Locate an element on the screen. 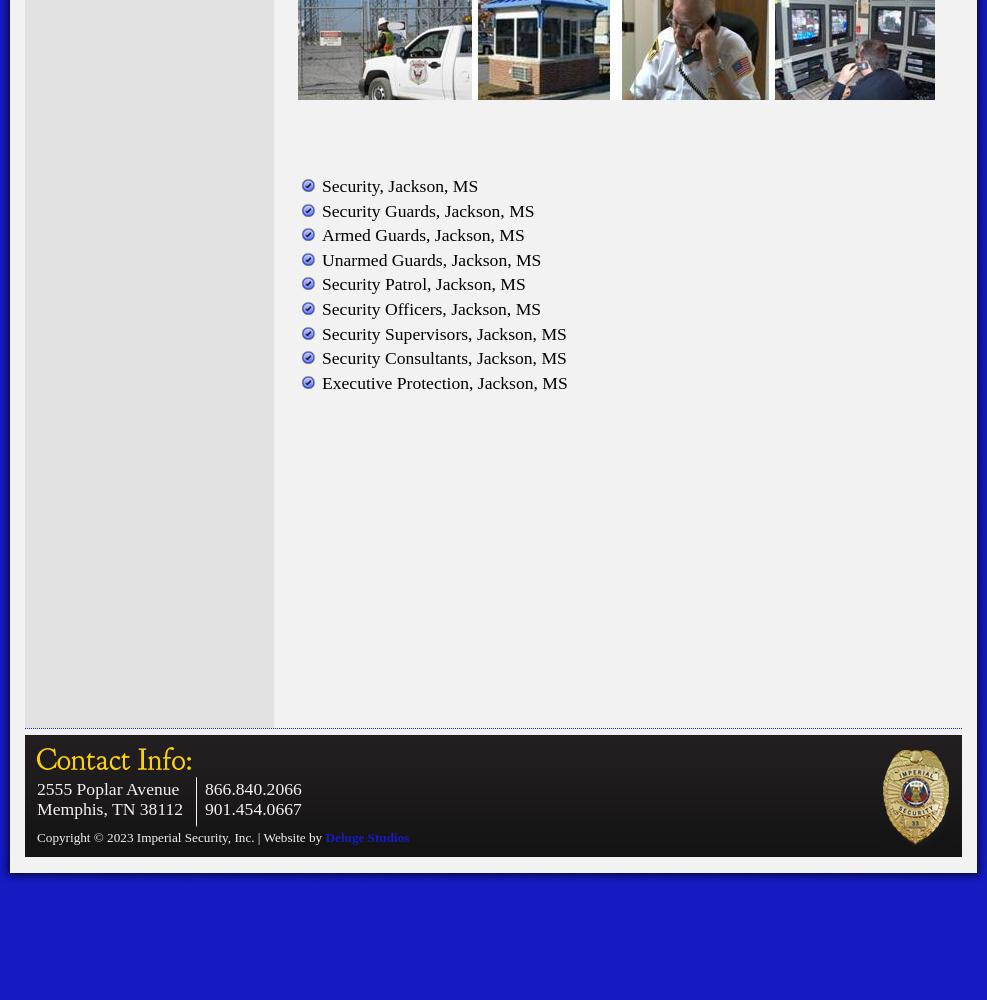  'Deluge Studios' is located at coordinates (366, 835).